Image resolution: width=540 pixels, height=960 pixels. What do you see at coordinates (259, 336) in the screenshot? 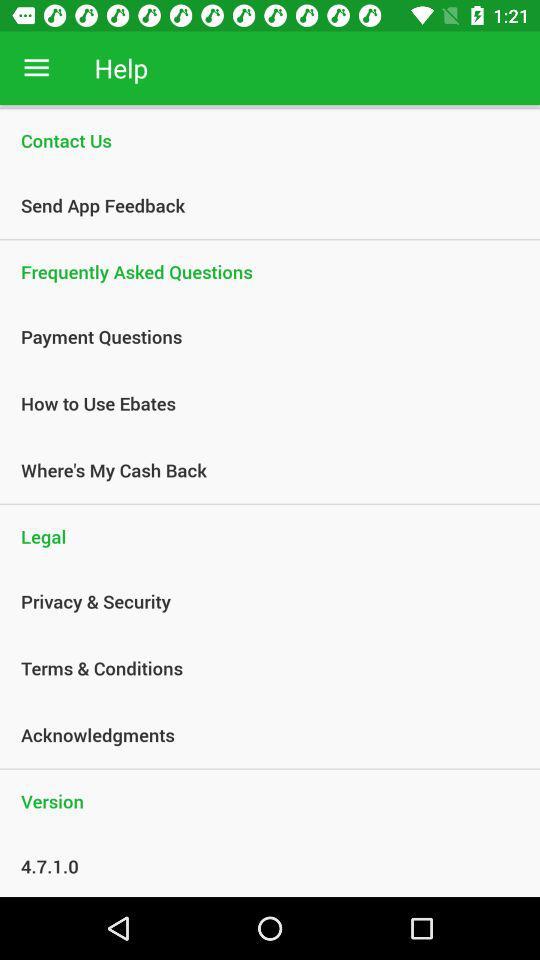
I see `the icon above the how to use` at bounding box center [259, 336].